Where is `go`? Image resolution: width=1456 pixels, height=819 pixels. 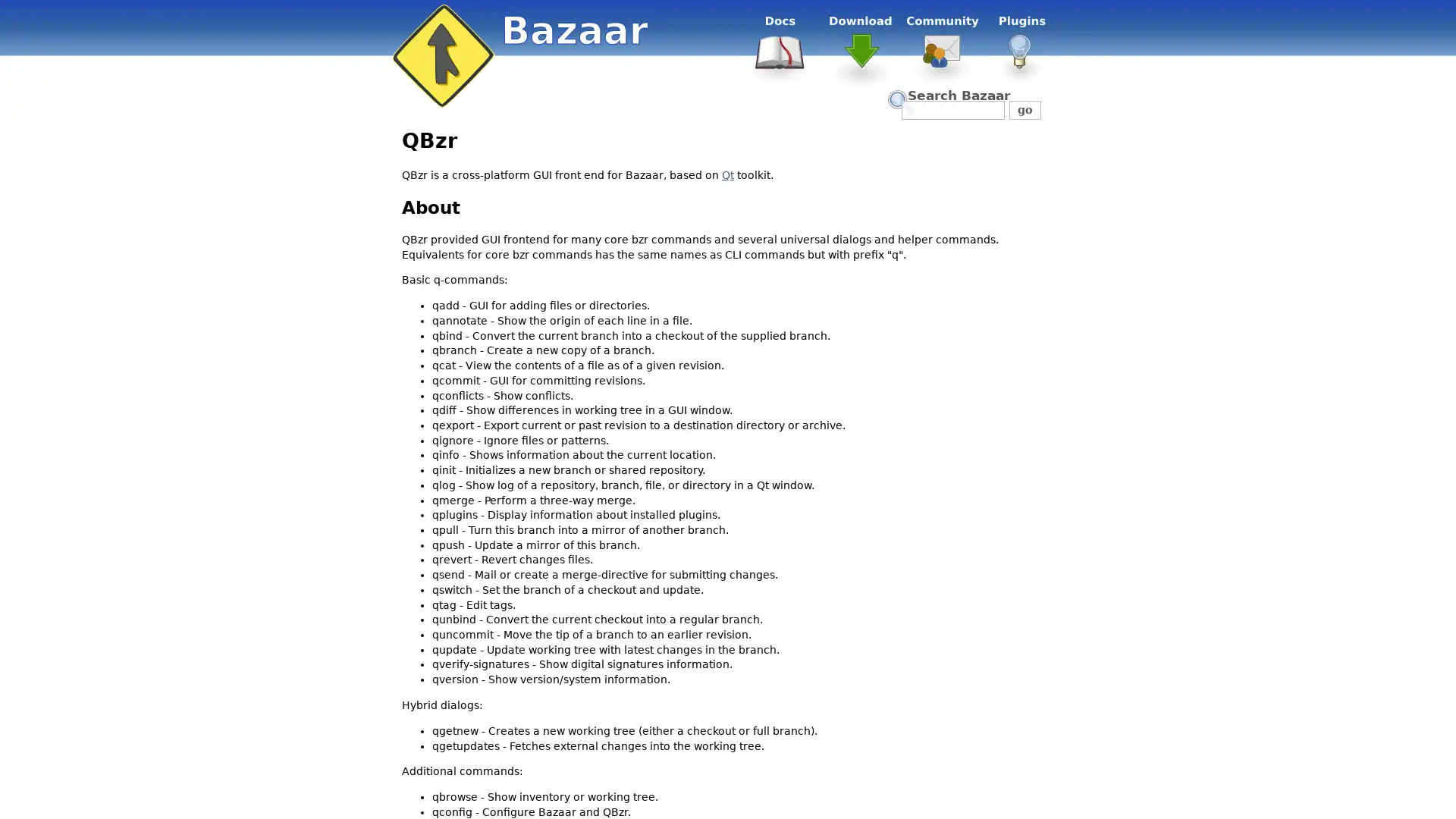 go is located at coordinates (1025, 109).